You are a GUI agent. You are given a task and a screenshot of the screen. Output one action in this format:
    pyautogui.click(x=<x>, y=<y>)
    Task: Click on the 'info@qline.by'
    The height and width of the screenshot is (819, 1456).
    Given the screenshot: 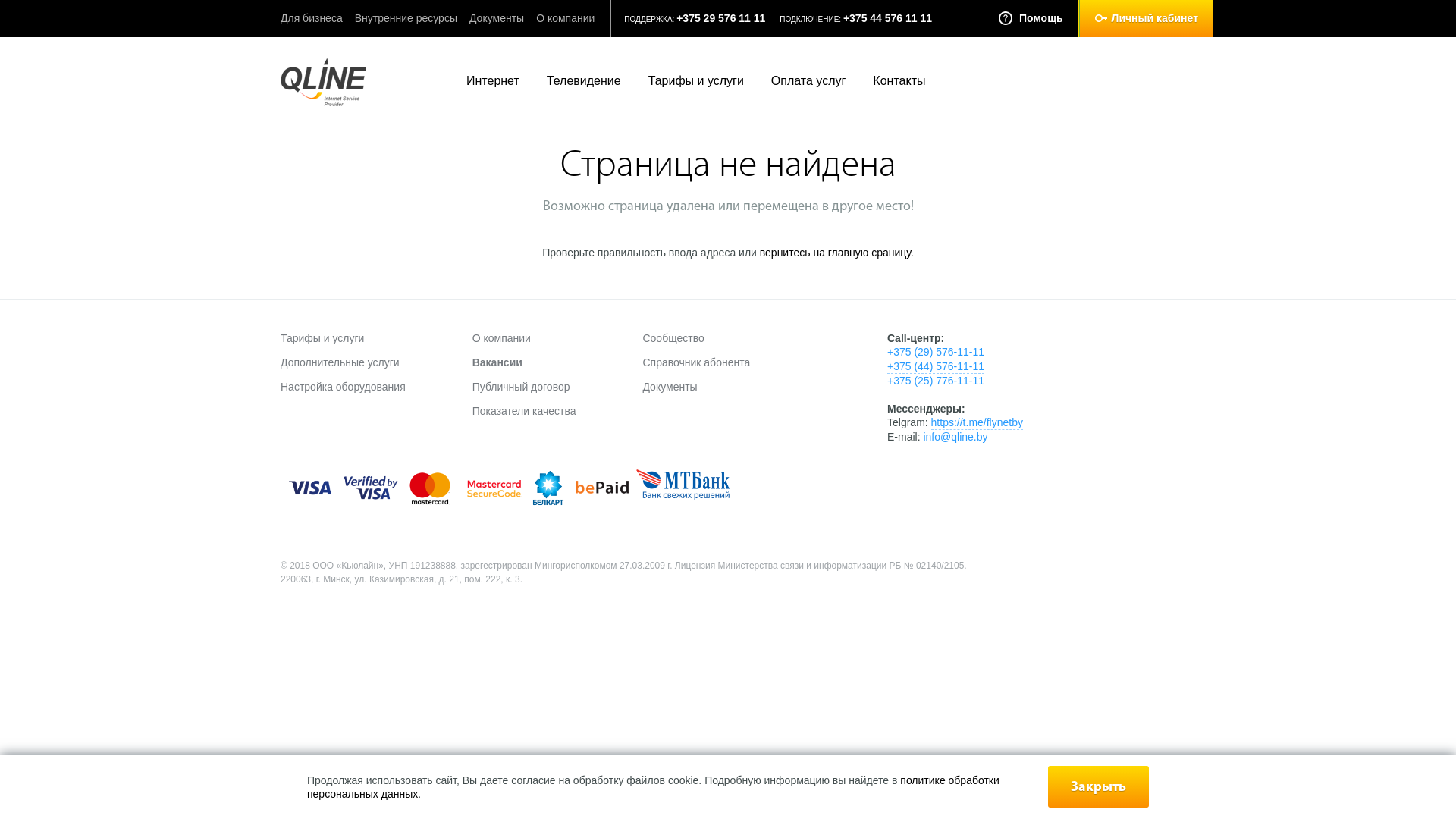 What is the action you would take?
    pyautogui.click(x=954, y=437)
    